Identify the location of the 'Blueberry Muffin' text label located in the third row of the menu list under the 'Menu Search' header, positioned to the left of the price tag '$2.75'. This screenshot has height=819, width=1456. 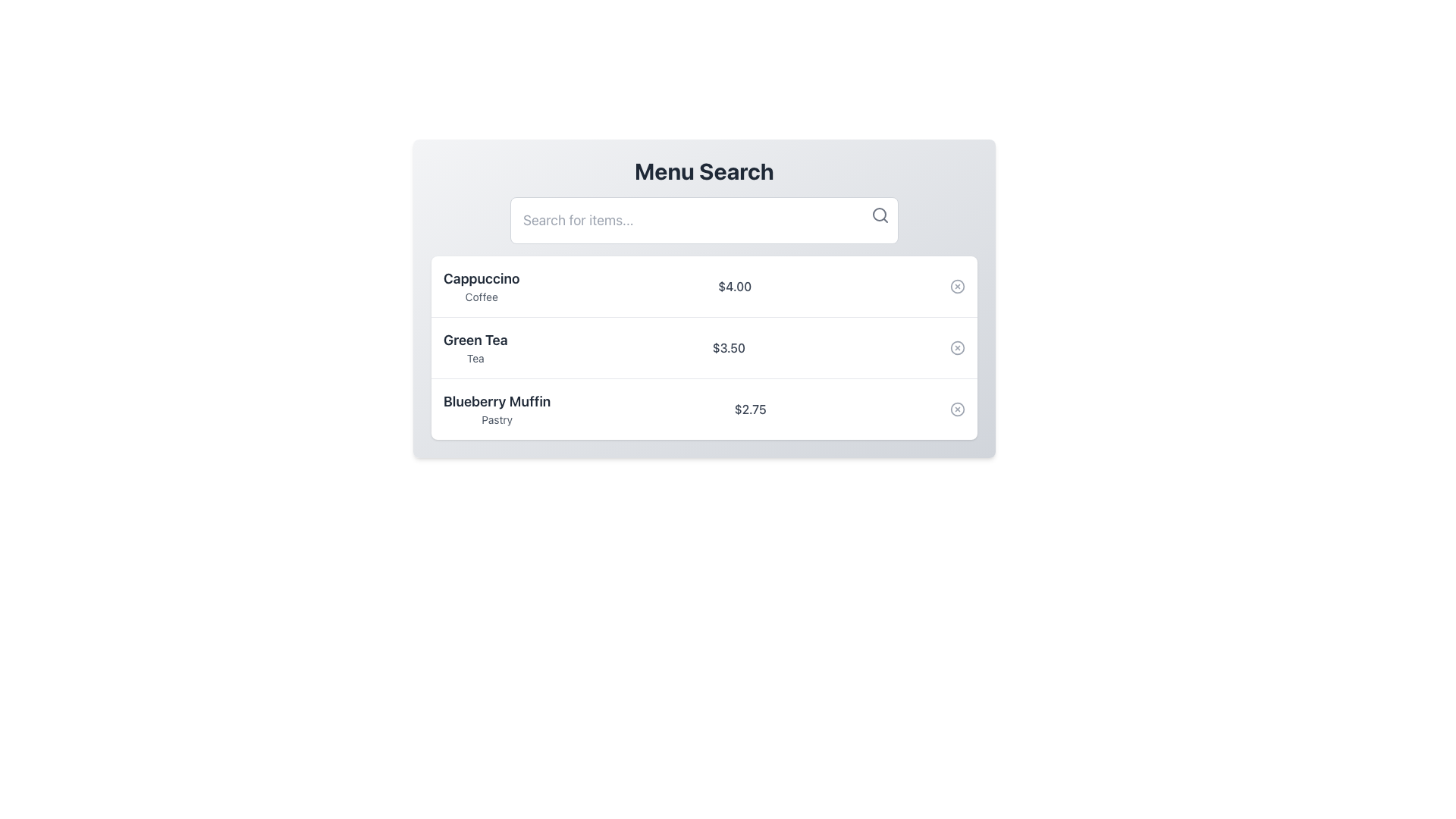
(497, 409).